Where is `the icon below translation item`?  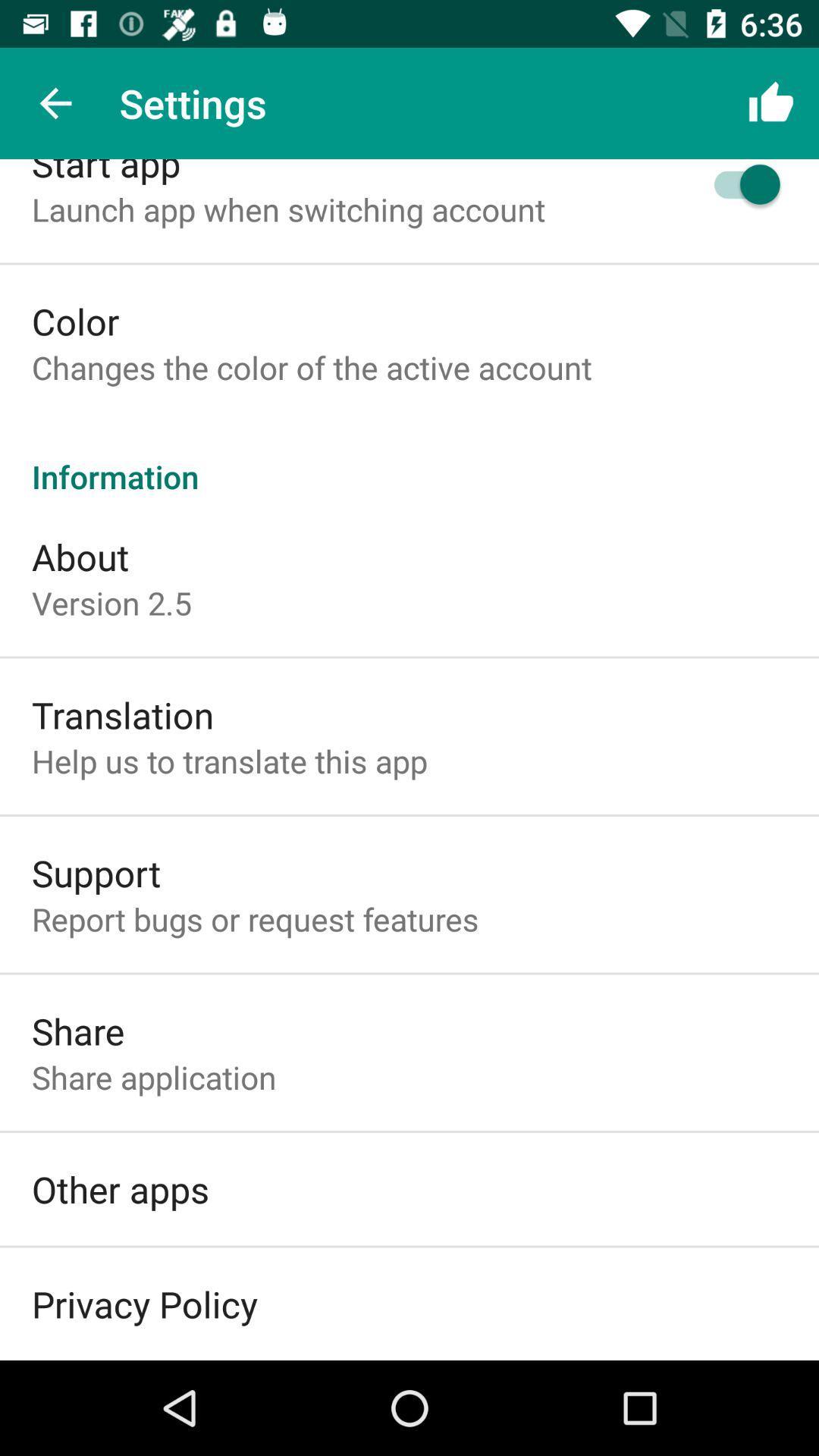 the icon below translation item is located at coordinates (230, 761).